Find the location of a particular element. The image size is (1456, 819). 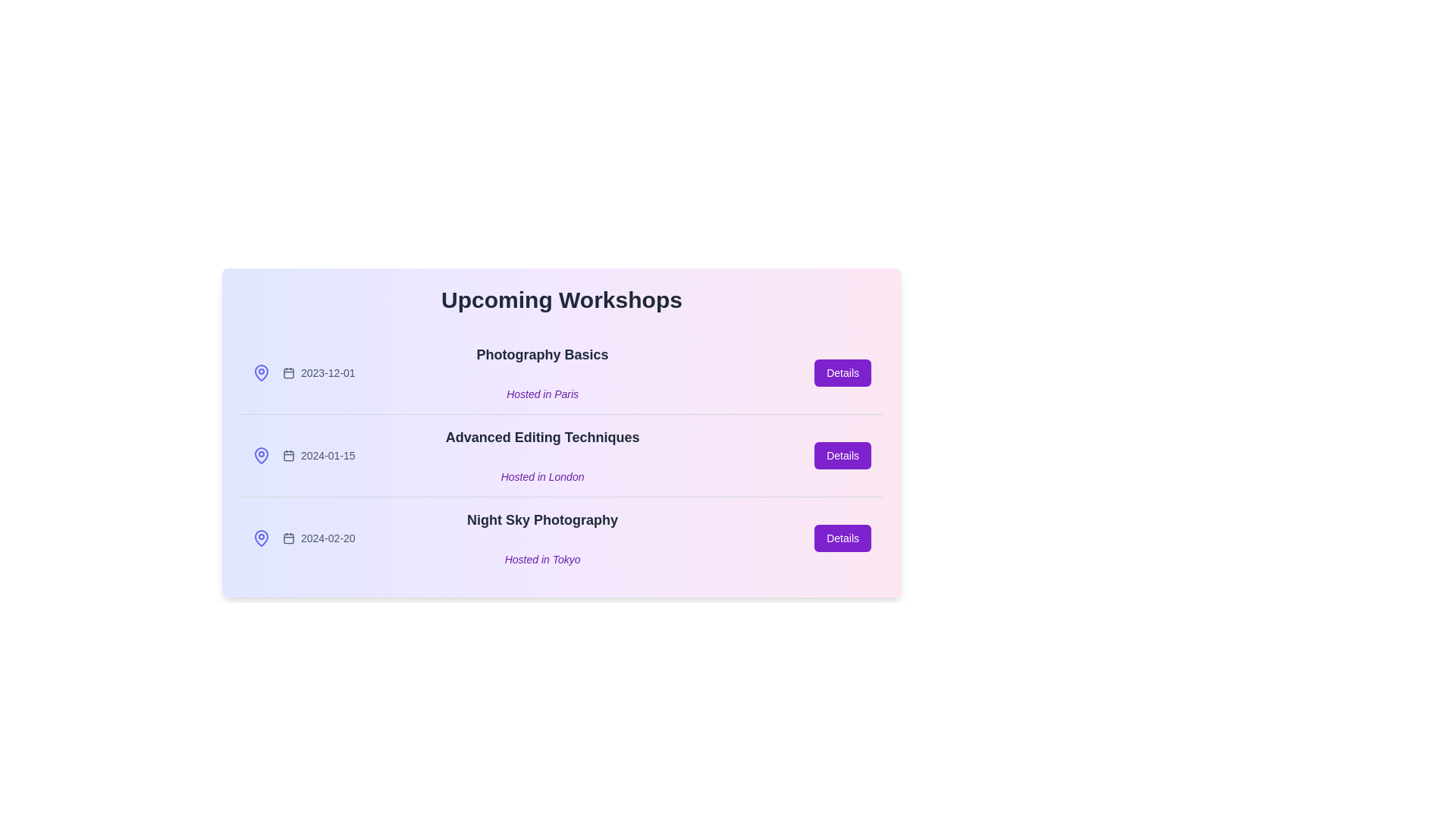

the workshop item corresponding to Night Sky Photography is located at coordinates (560, 537).